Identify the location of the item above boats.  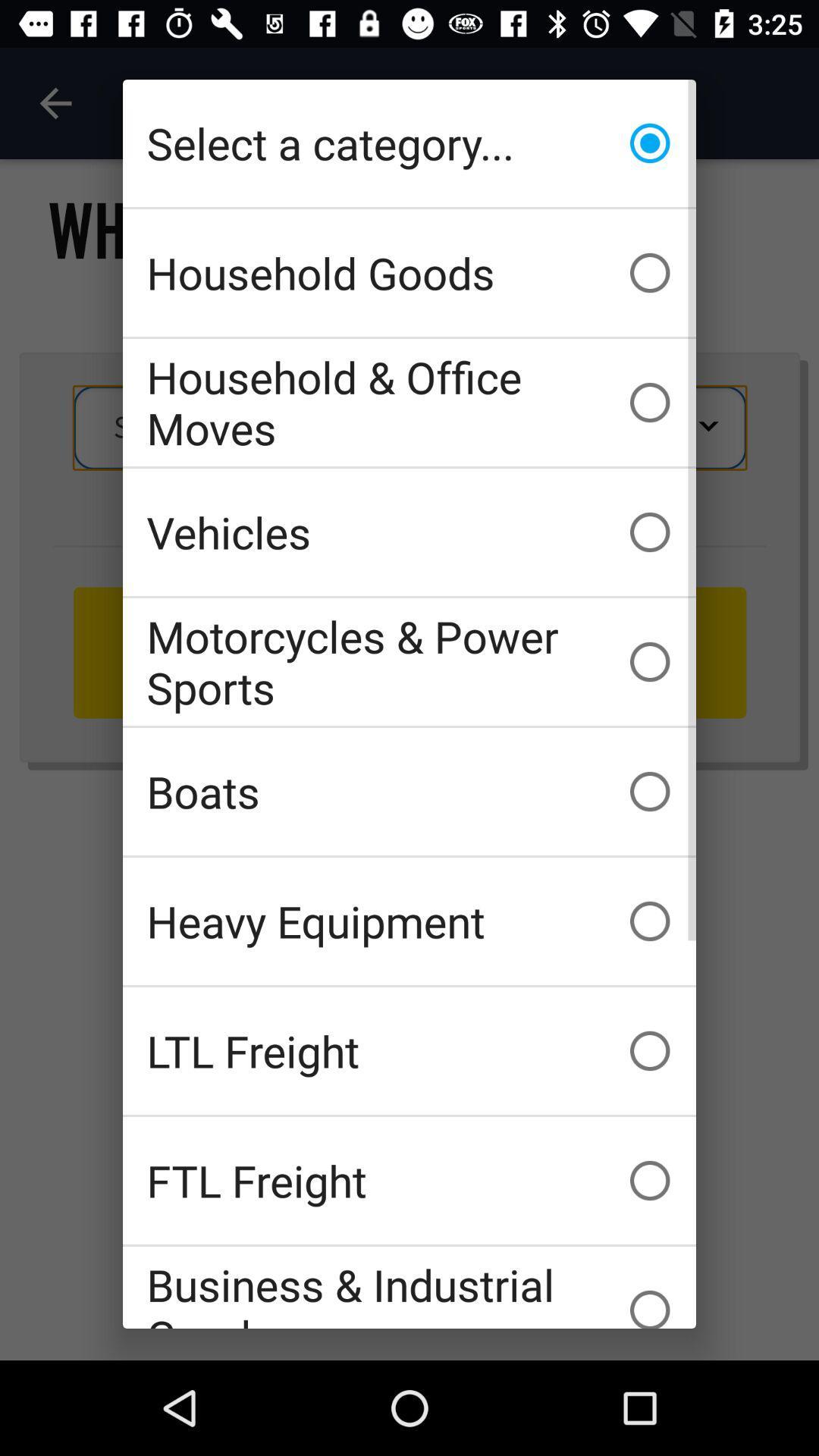
(409, 662).